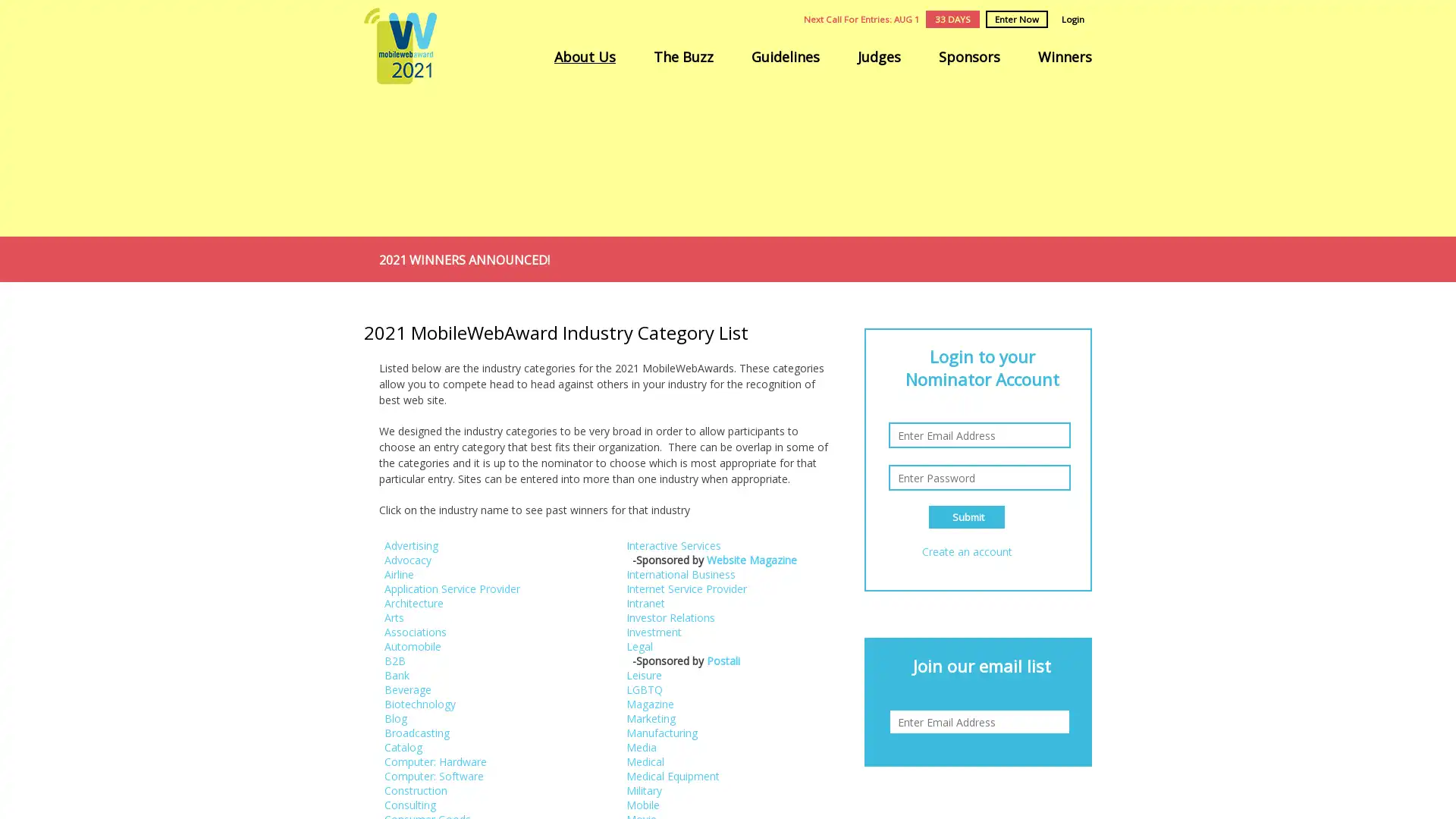  Describe the element at coordinates (966, 516) in the screenshot. I see `Submit` at that location.